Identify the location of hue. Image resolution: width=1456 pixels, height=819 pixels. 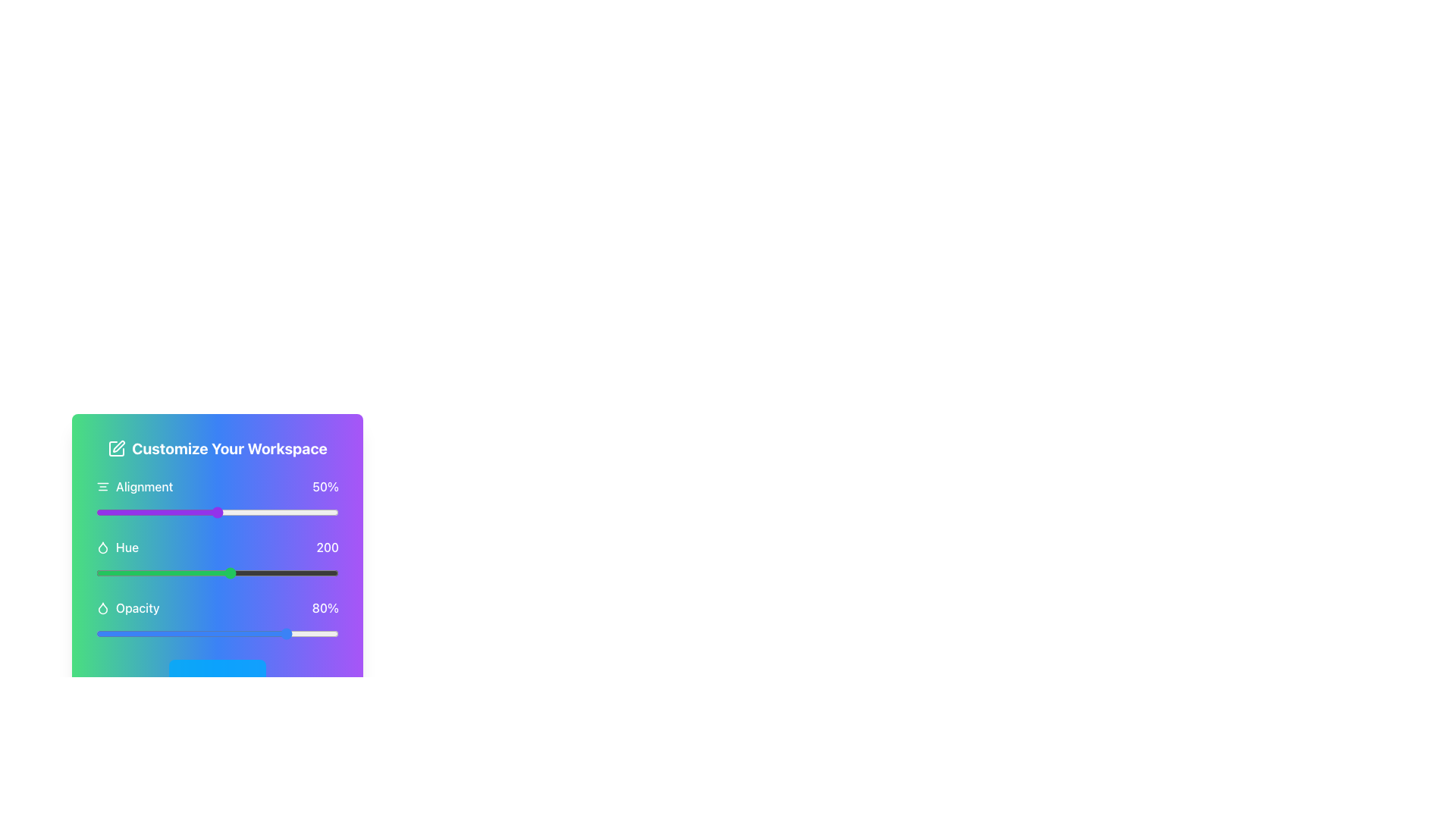
(132, 573).